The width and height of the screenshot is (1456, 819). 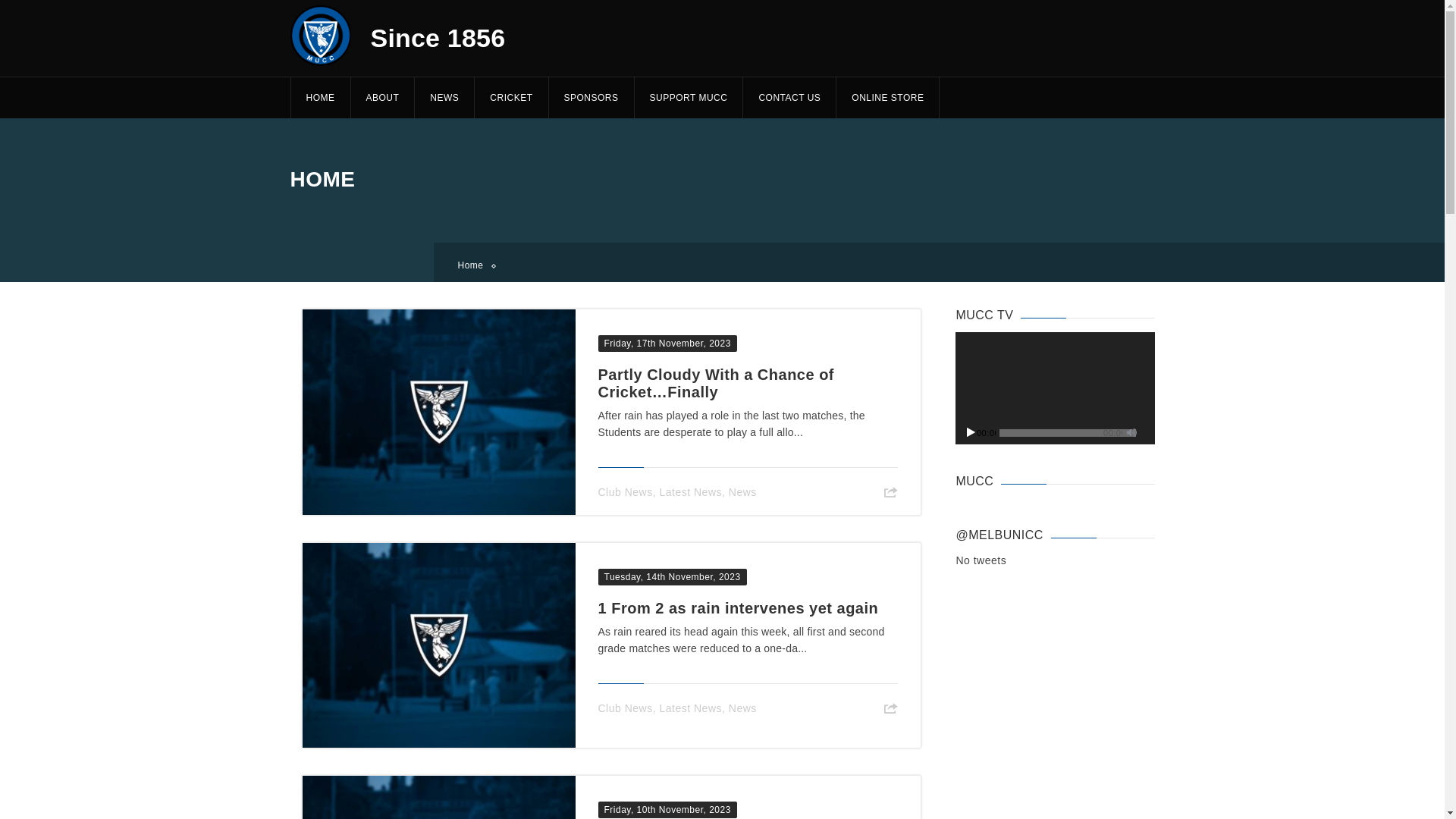 I want to click on 'Latest News', so click(x=689, y=708).